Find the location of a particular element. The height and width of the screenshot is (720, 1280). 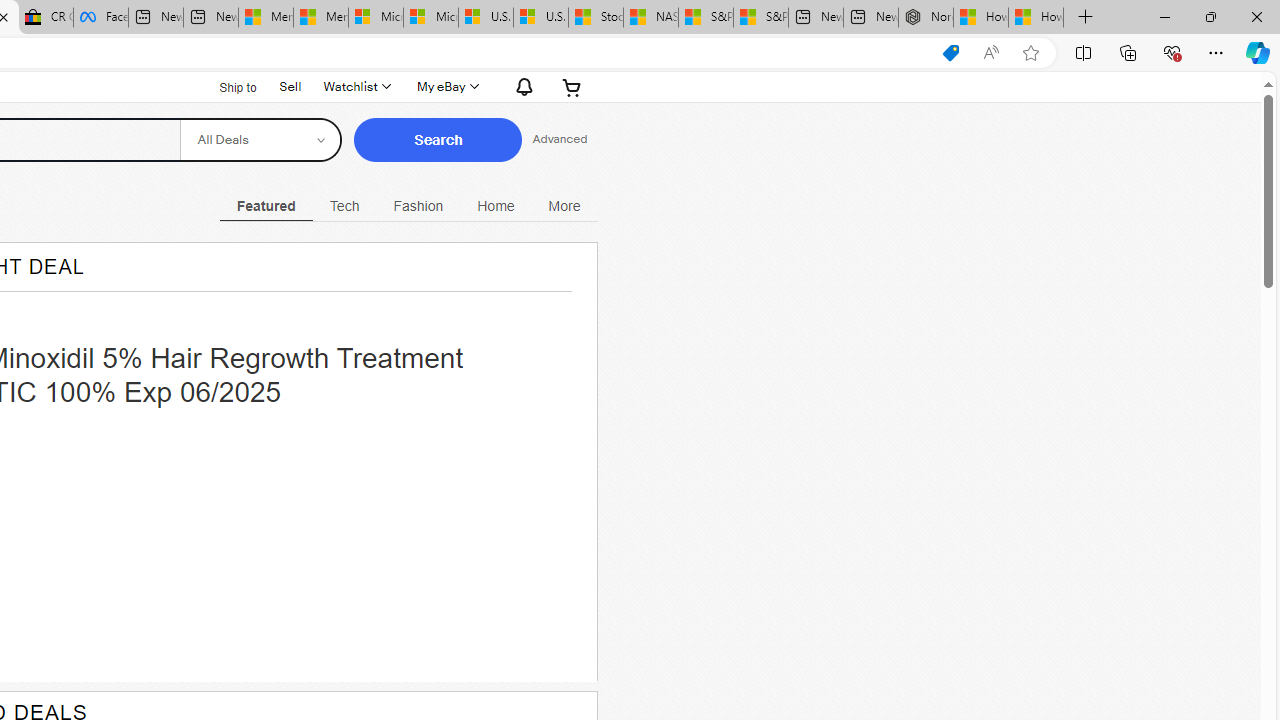

'My eBayExpand My eBay' is located at coordinates (445, 86).